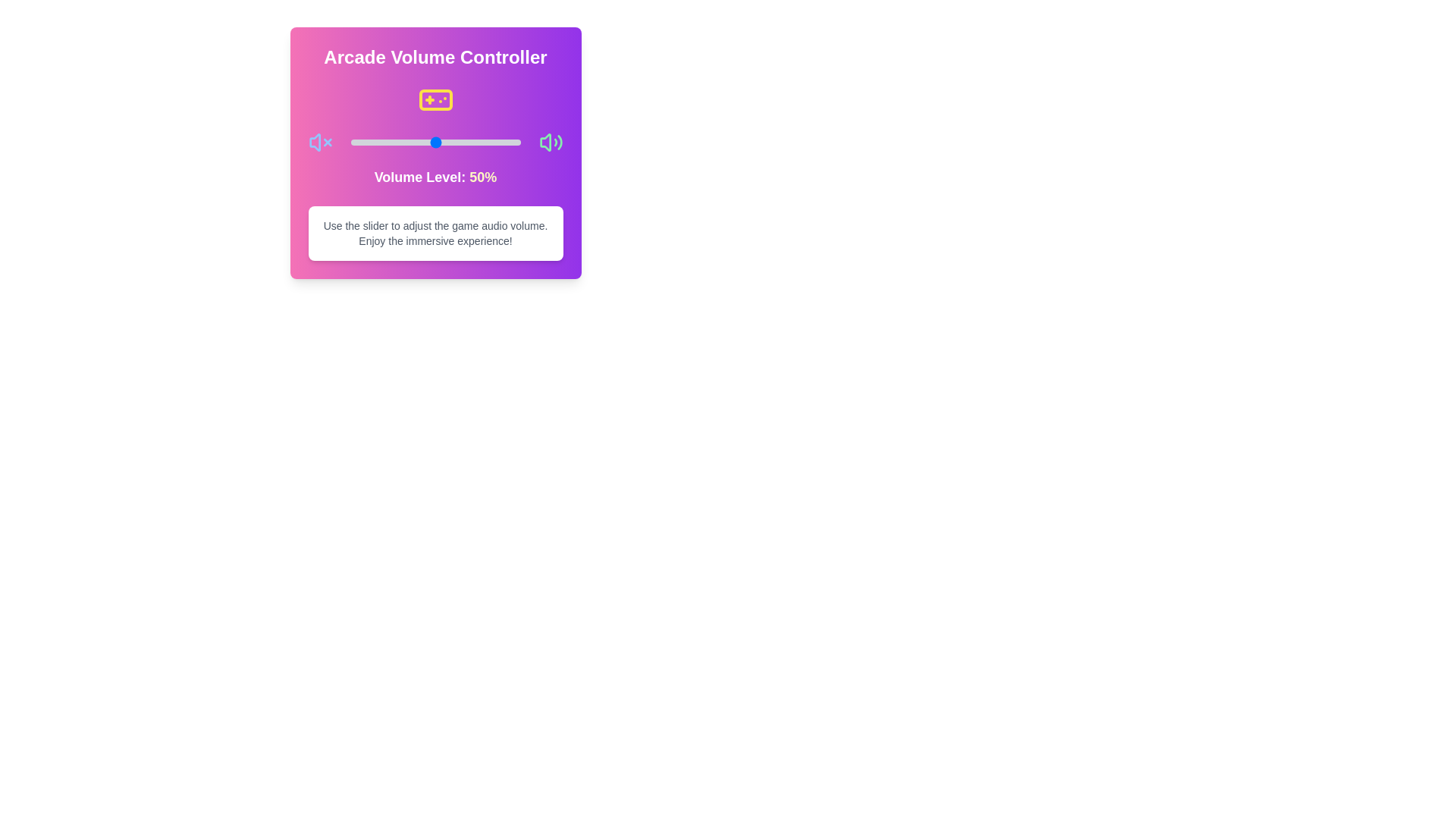 The height and width of the screenshot is (819, 1456). I want to click on the volume to 20% by dragging the slider, so click(384, 143).